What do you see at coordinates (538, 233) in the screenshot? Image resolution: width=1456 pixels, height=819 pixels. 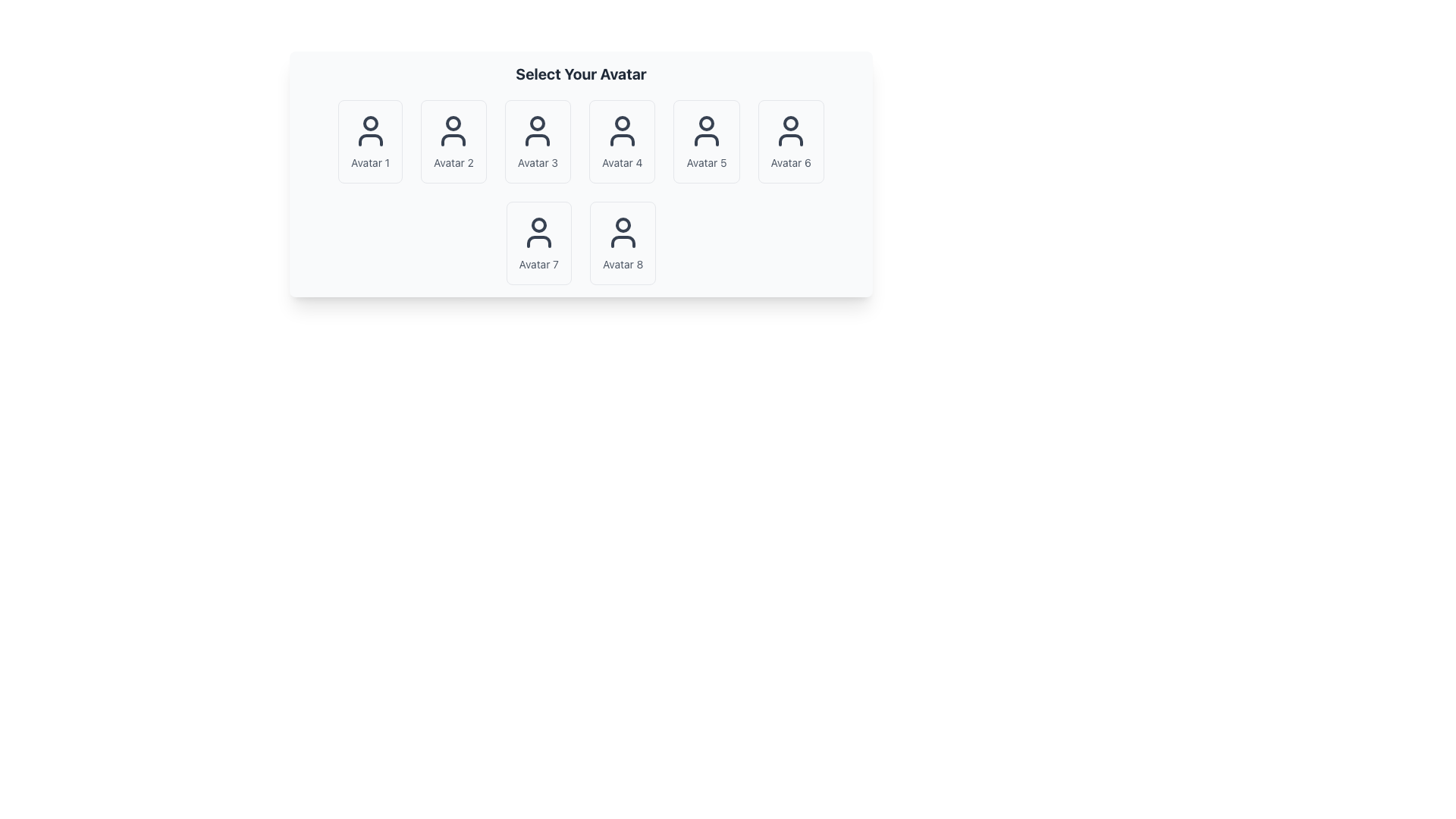 I see `the user silhouette icon in the 'Avatar 7' card` at bounding box center [538, 233].